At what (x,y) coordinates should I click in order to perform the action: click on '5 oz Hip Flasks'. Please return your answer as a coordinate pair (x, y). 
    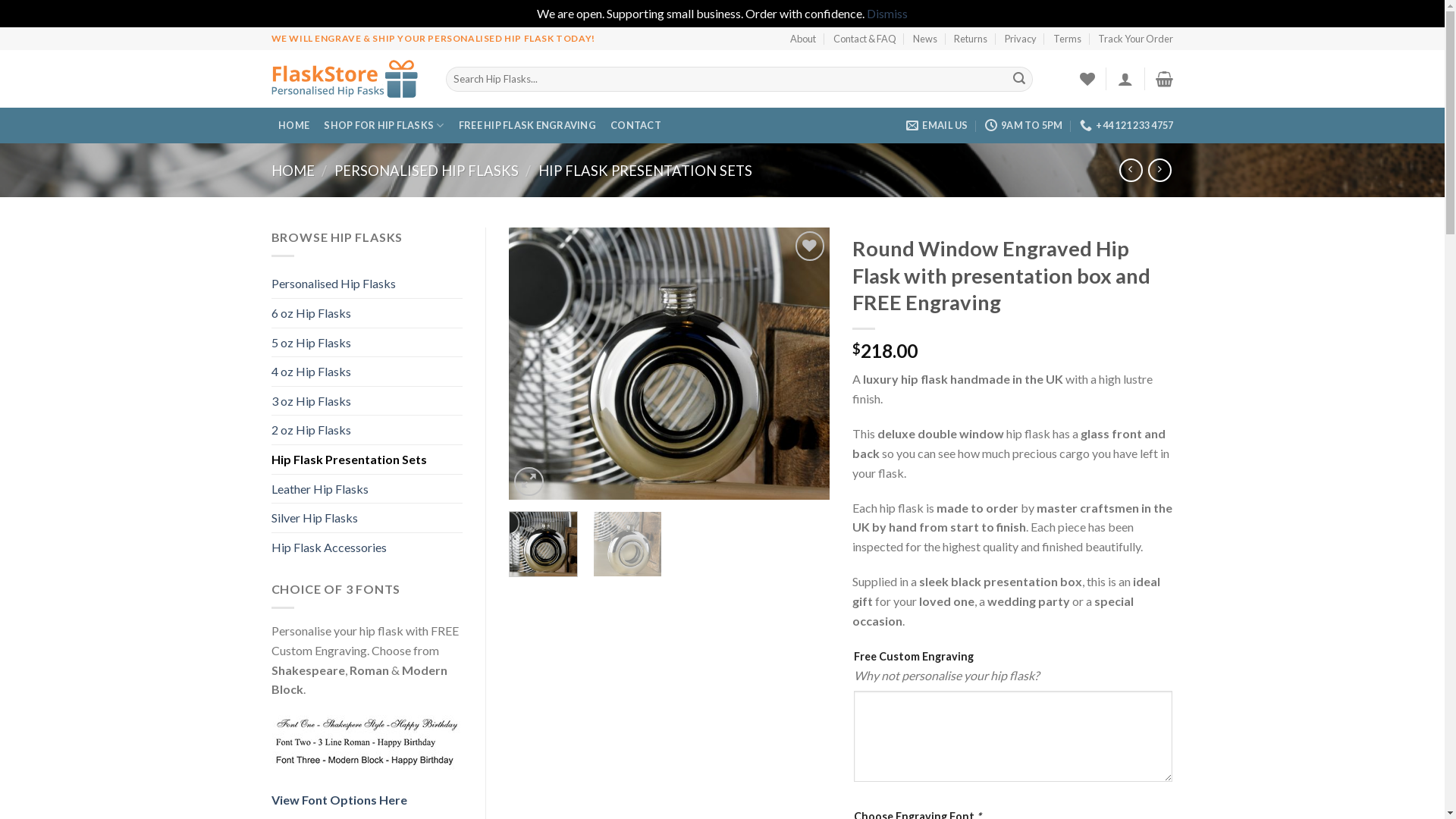
    Looking at the image, I should click on (367, 342).